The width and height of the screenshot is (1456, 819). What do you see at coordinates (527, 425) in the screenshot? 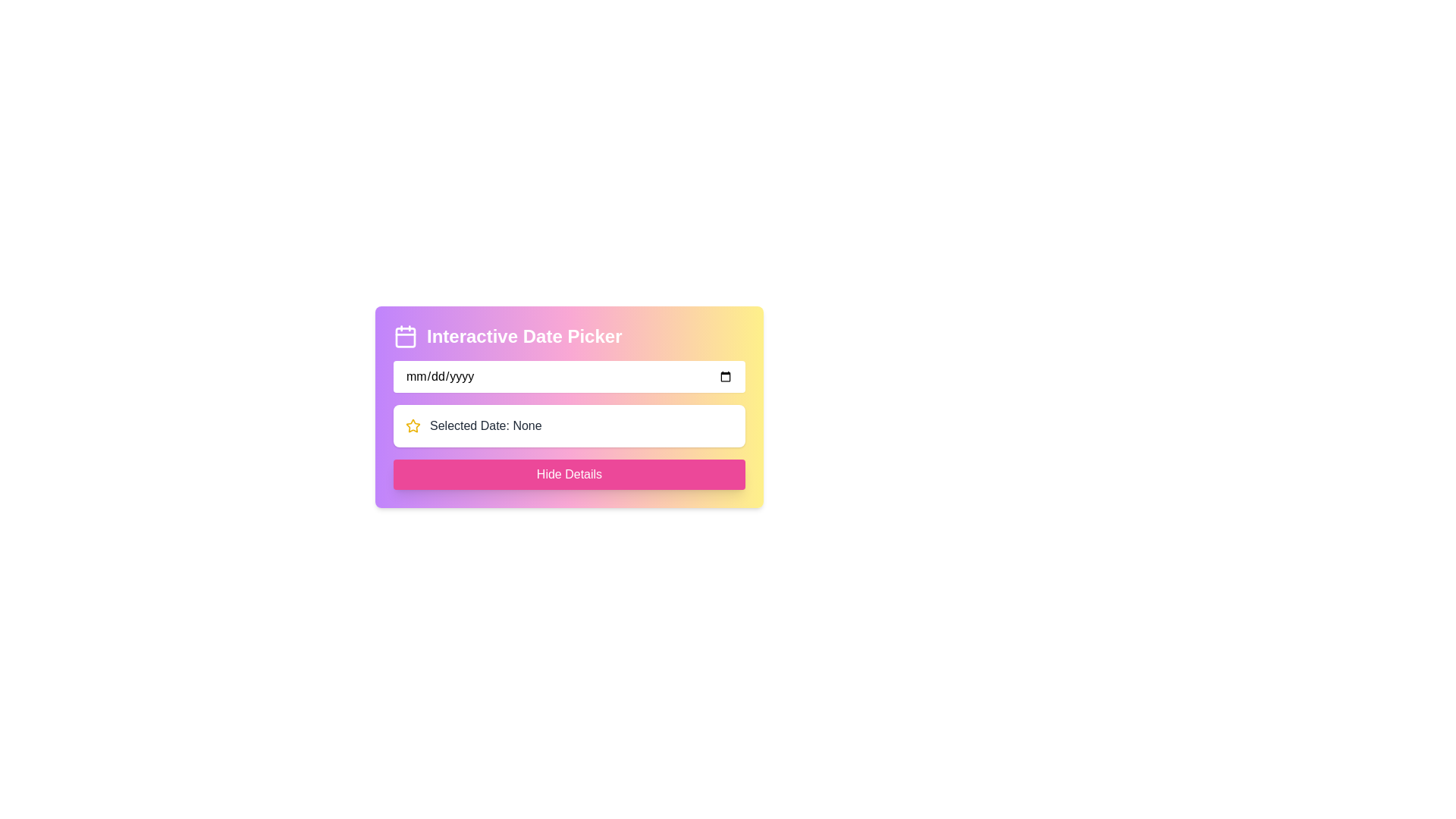
I see `the text 'None' which is part of the label 'Selected Date: None', displayed in a medium-weight font and located centrally in the interface` at bounding box center [527, 425].